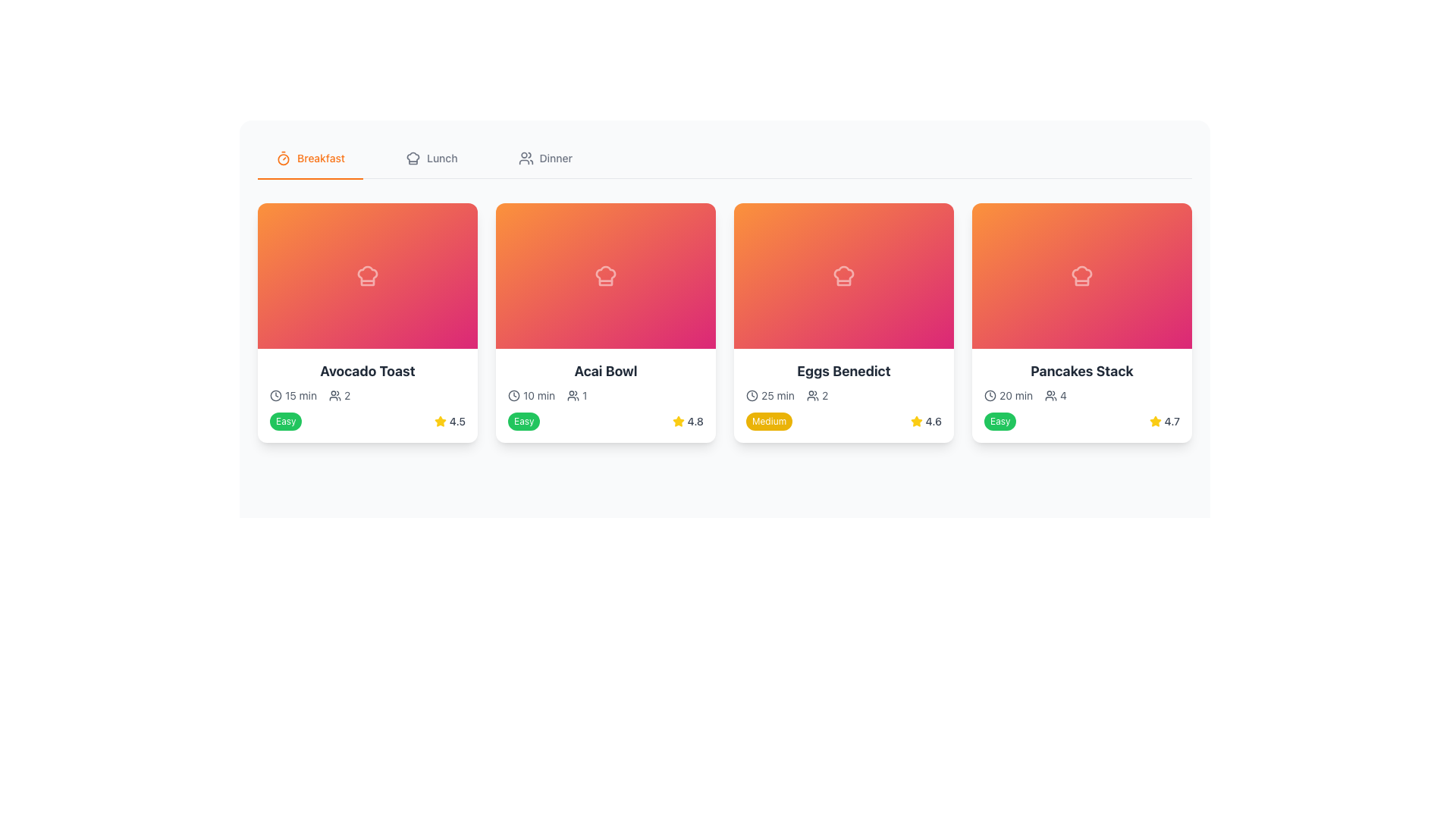 The width and height of the screenshot is (1456, 819). I want to click on the time icon representing duration located to the left of the '25 min' text in the 'Eggs Benedict' card, so click(752, 394).